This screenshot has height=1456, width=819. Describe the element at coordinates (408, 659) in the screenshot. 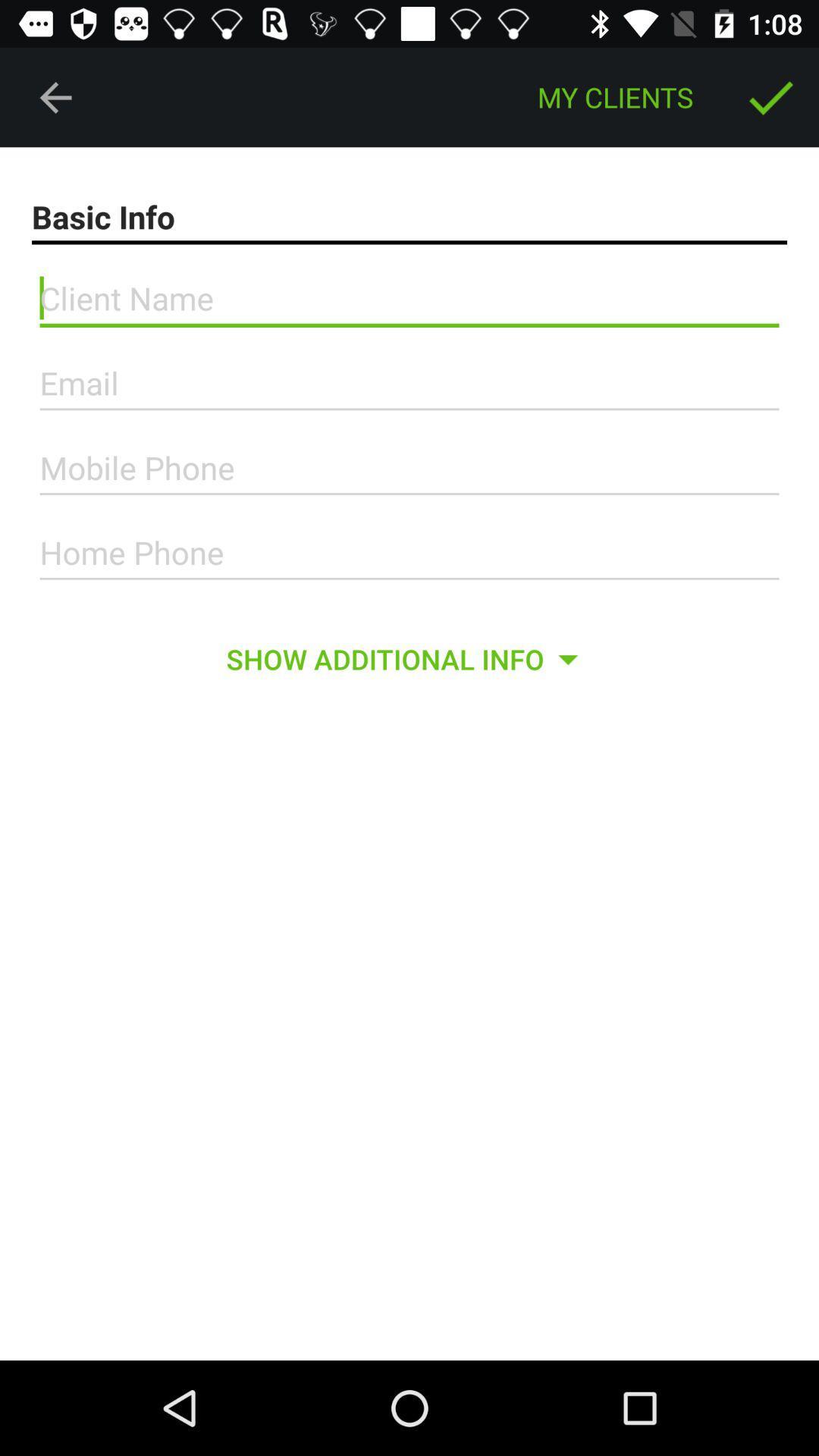

I see `show additional info item` at that location.